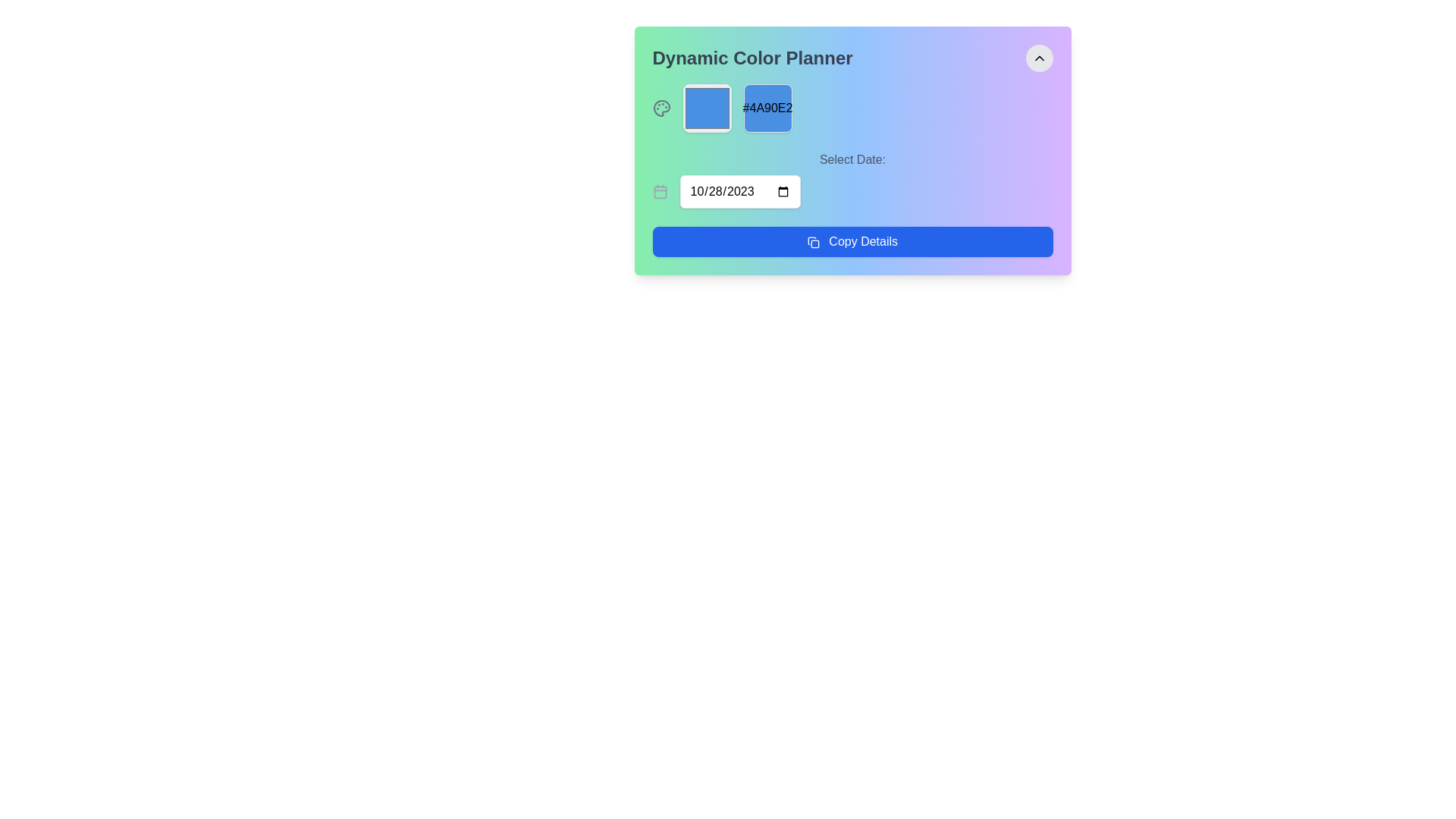 This screenshot has width=1456, height=819. What do you see at coordinates (752, 58) in the screenshot?
I see `the text label that serves as a title or heading for the related card component, located in the upper-left area of the card` at bounding box center [752, 58].